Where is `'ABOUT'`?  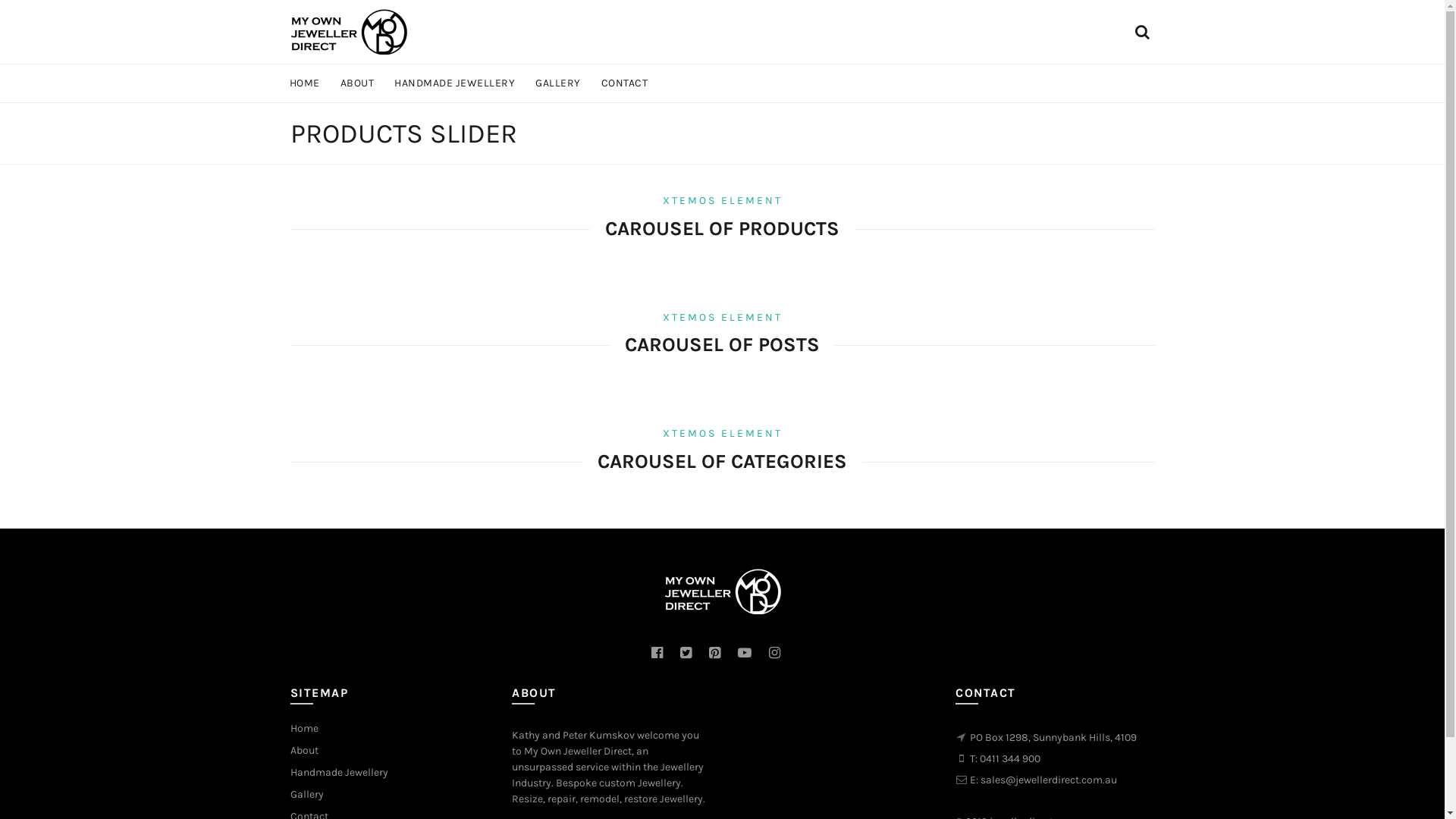 'ABOUT' is located at coordinates (356, 83).